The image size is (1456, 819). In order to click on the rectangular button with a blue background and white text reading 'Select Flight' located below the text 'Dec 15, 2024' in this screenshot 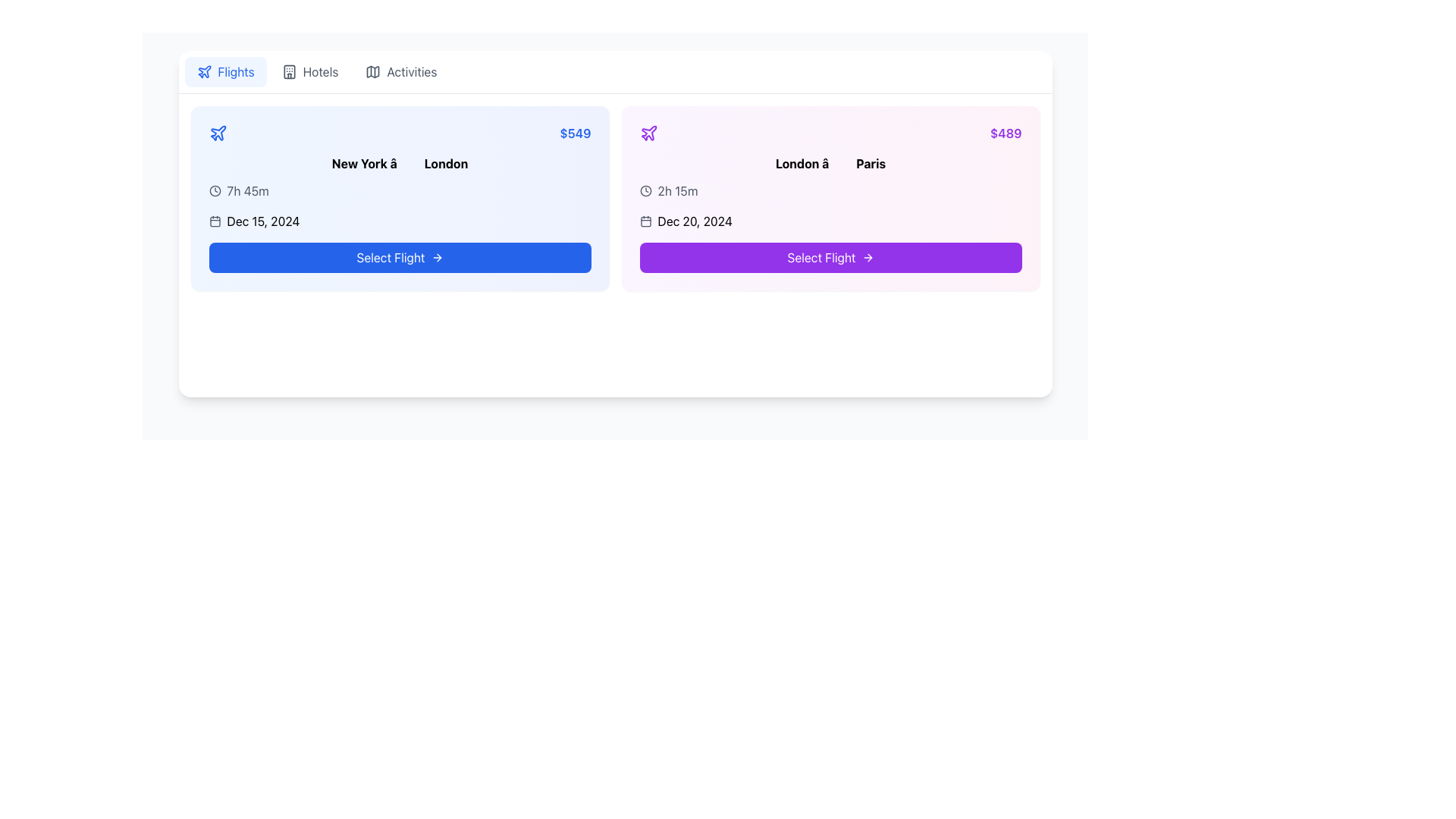, I will do `click(400, 256)`.